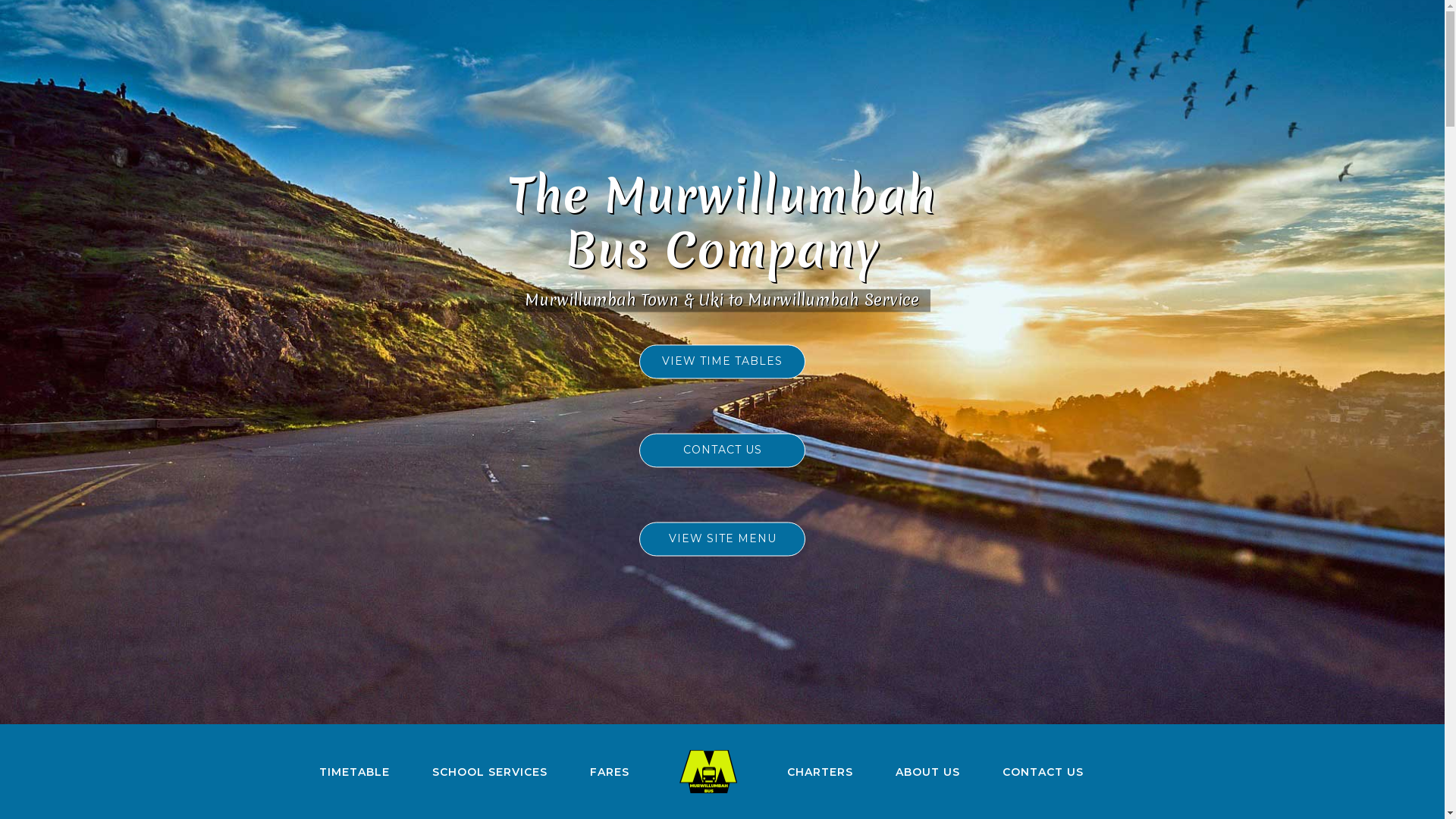 Image resolution: width=1456 pixels, height=819 pixels. What do you see at coordinates (721, 538) in the screenshot?
I see `'VIEW SITE MENU'` at bounding box center [721, 538].